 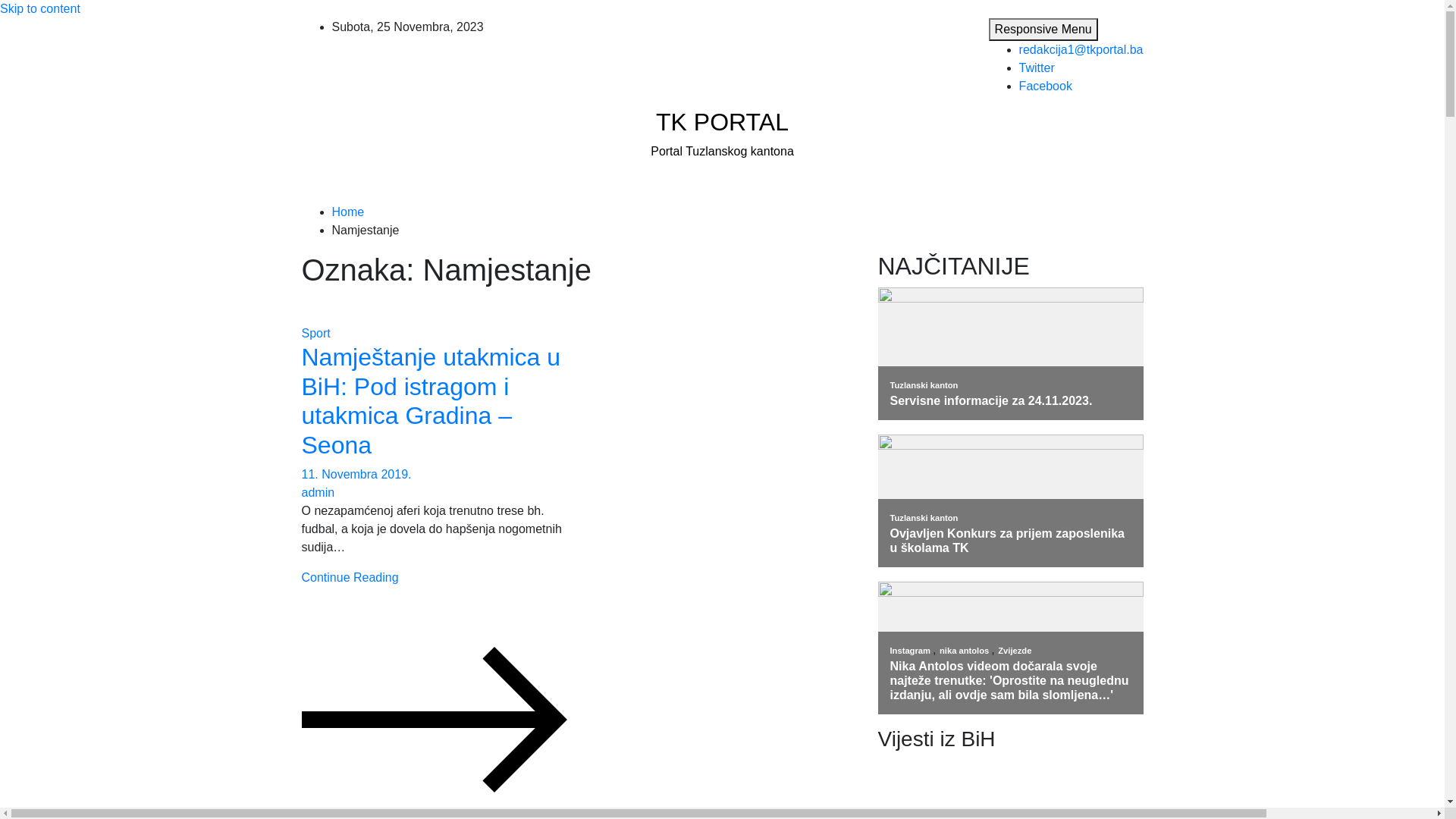 I want to click on 'Home', so click(x=347, y=212).